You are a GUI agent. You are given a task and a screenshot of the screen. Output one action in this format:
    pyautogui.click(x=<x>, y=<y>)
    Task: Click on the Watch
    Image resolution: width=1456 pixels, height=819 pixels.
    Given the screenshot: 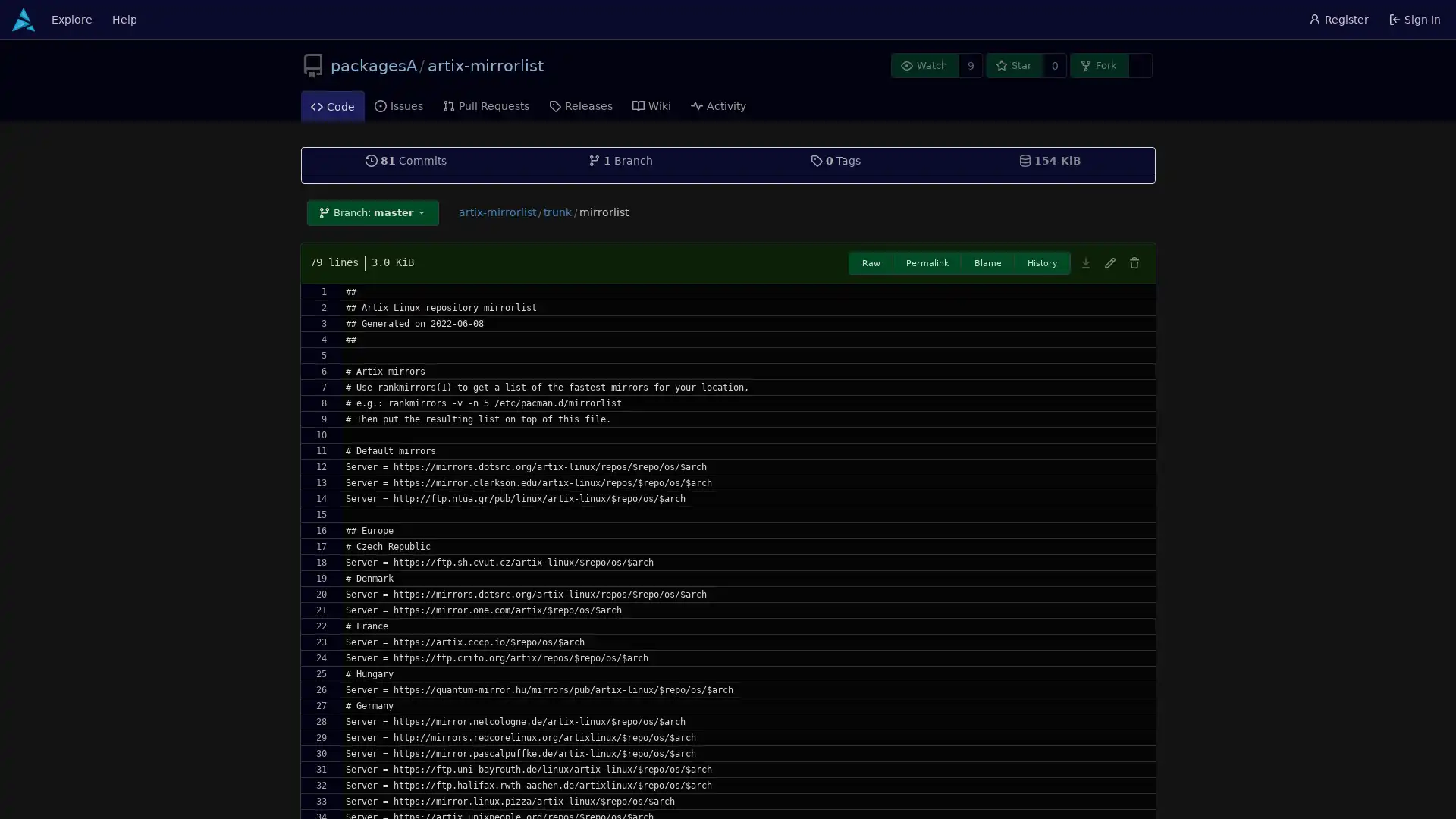 What is the action you would take?
    pyautogui.click(x=924, y=64)
    